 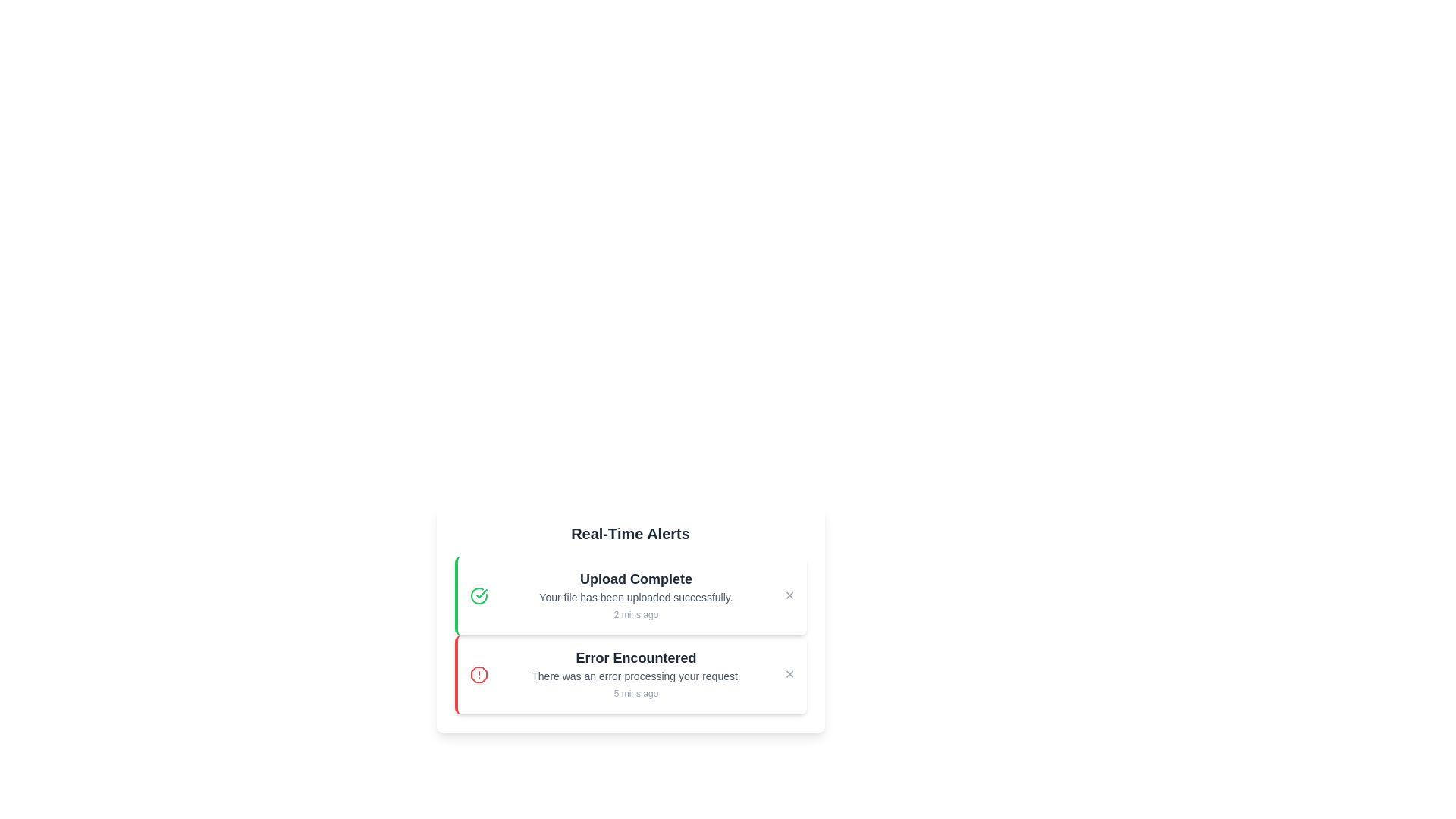 I want to click on the confirmation message text label that indicates the successful completion of the file upload process, located below the title 'Upload Complete', so click(x=636, y=596).